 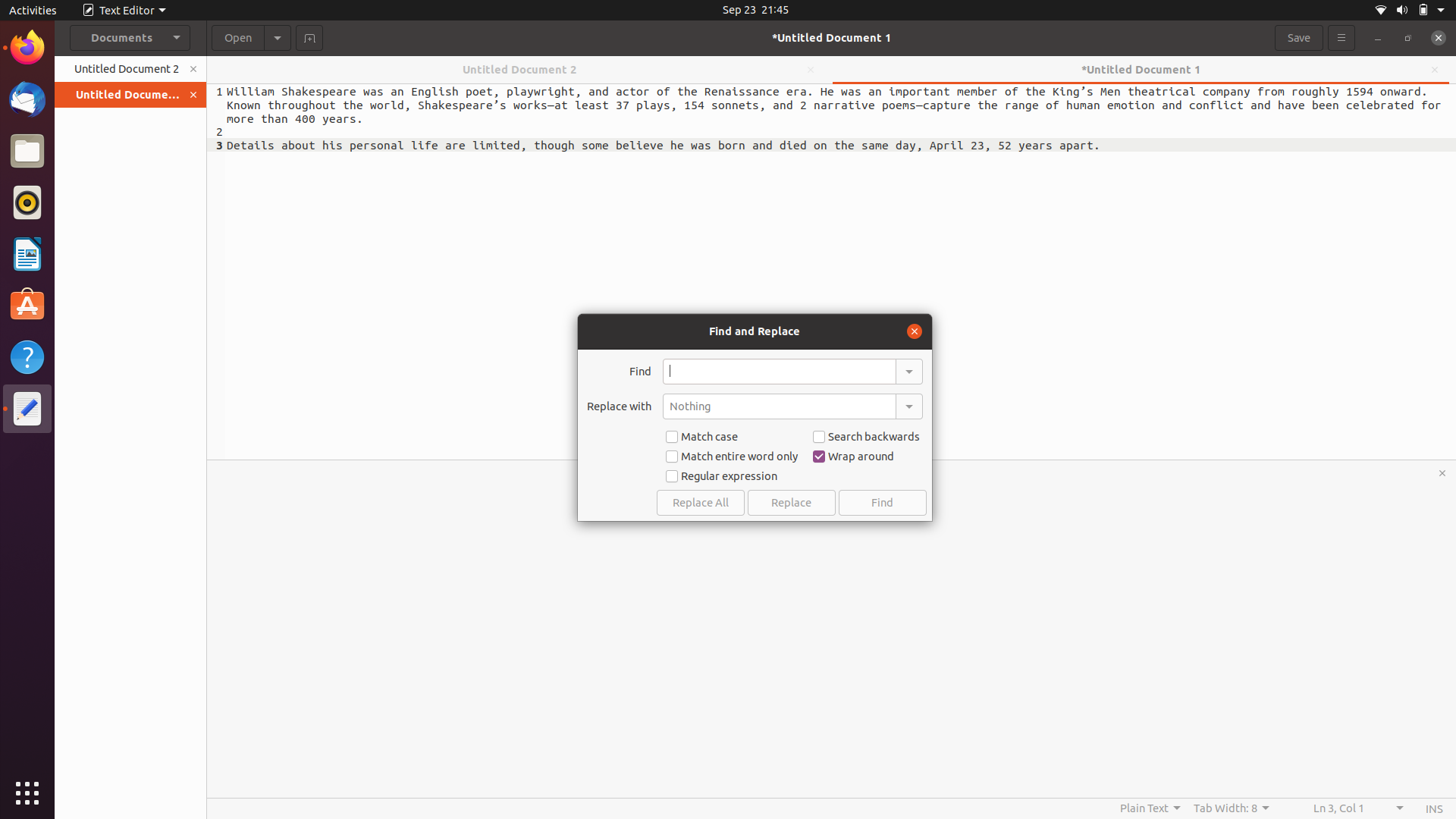 I want to click on all words starting with "an" in the document, so click(x=779, y=371).